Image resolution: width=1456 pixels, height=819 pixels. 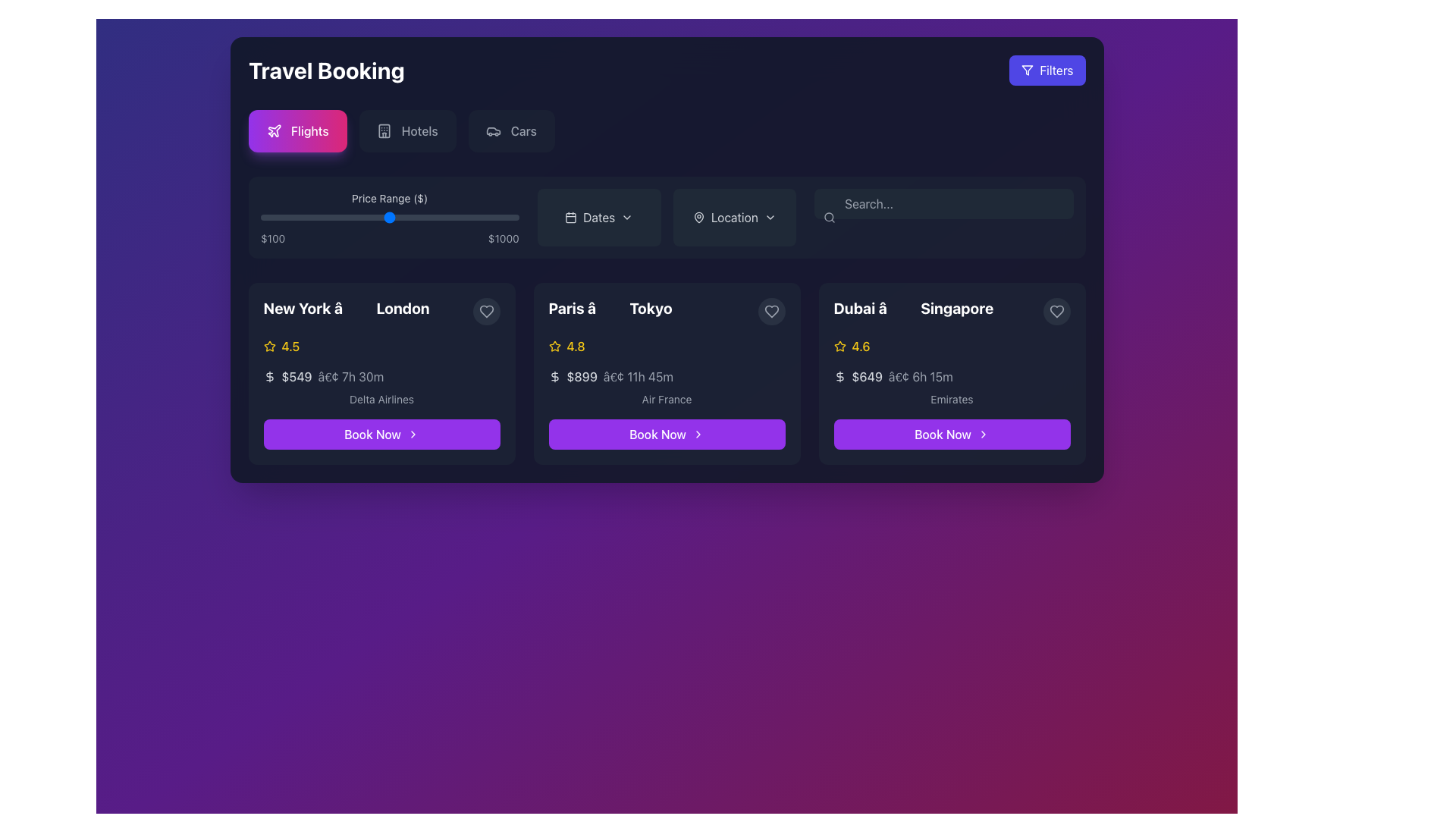 What do you see at coordinates (494, 130) in the screenshot?
I see `the 'Cars' icon, which is the third option from the left in the top center group of options labeled 'Flights', 'Hotels', and 'Cars'` at bounding box center [494, 130].